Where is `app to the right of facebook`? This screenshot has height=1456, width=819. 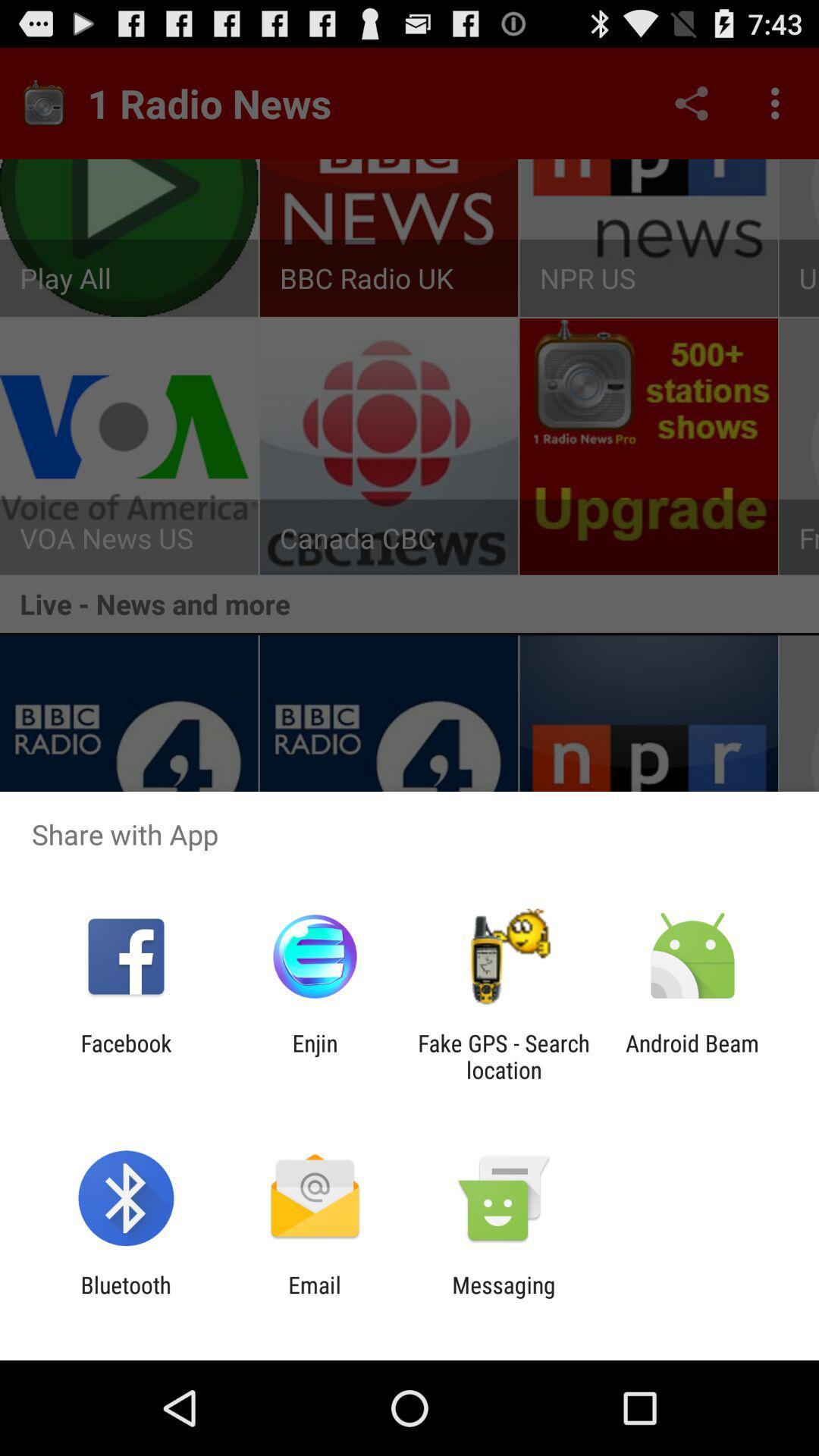 app to the right of facebook is located at coordinates (314, 1056).